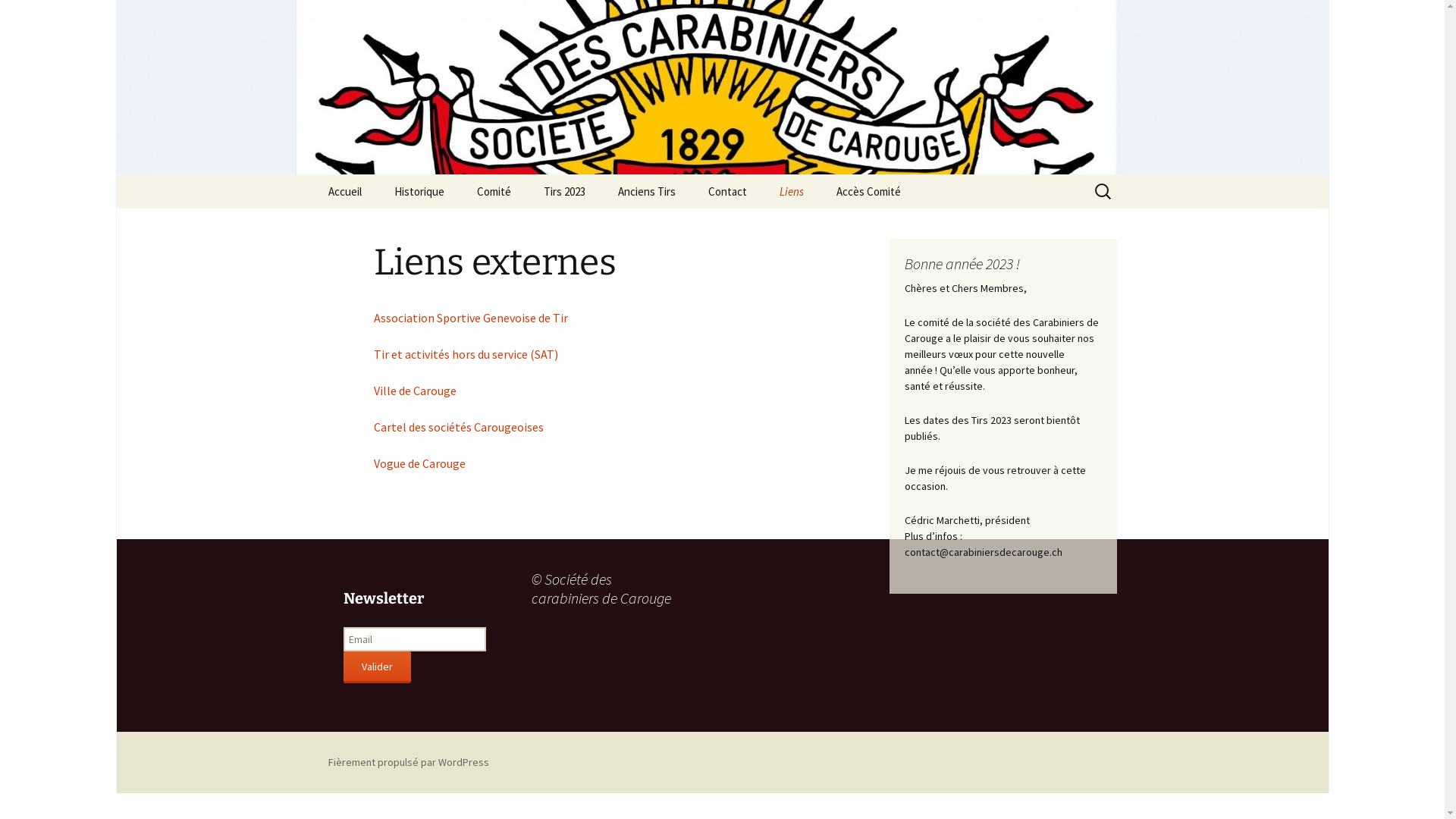  What do you see at coordinates (312, 174) in the screenshot?
I see `'Aller au contenu'` at bounding box center [312, 174].